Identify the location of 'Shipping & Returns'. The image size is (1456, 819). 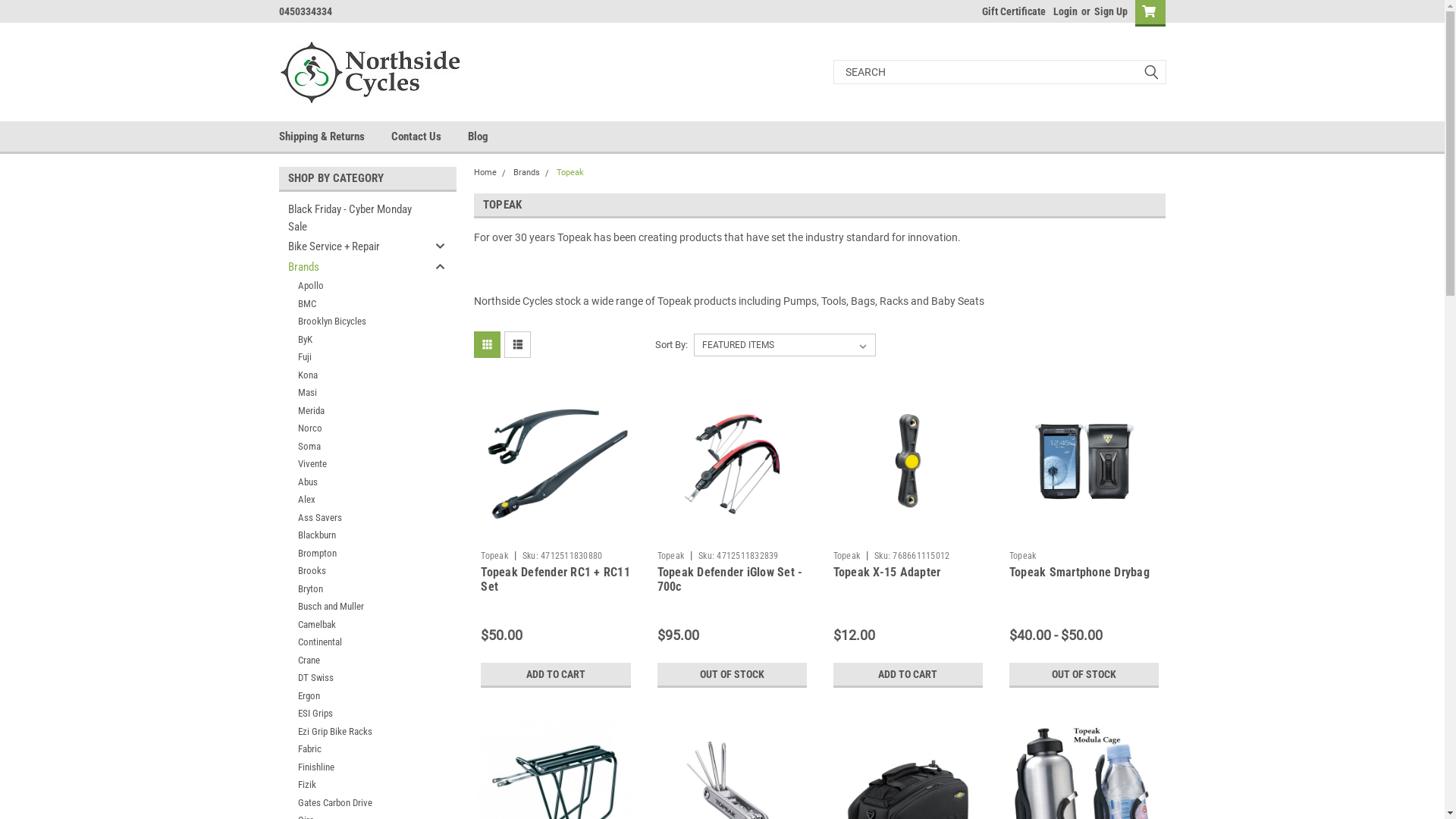
(279, 136).